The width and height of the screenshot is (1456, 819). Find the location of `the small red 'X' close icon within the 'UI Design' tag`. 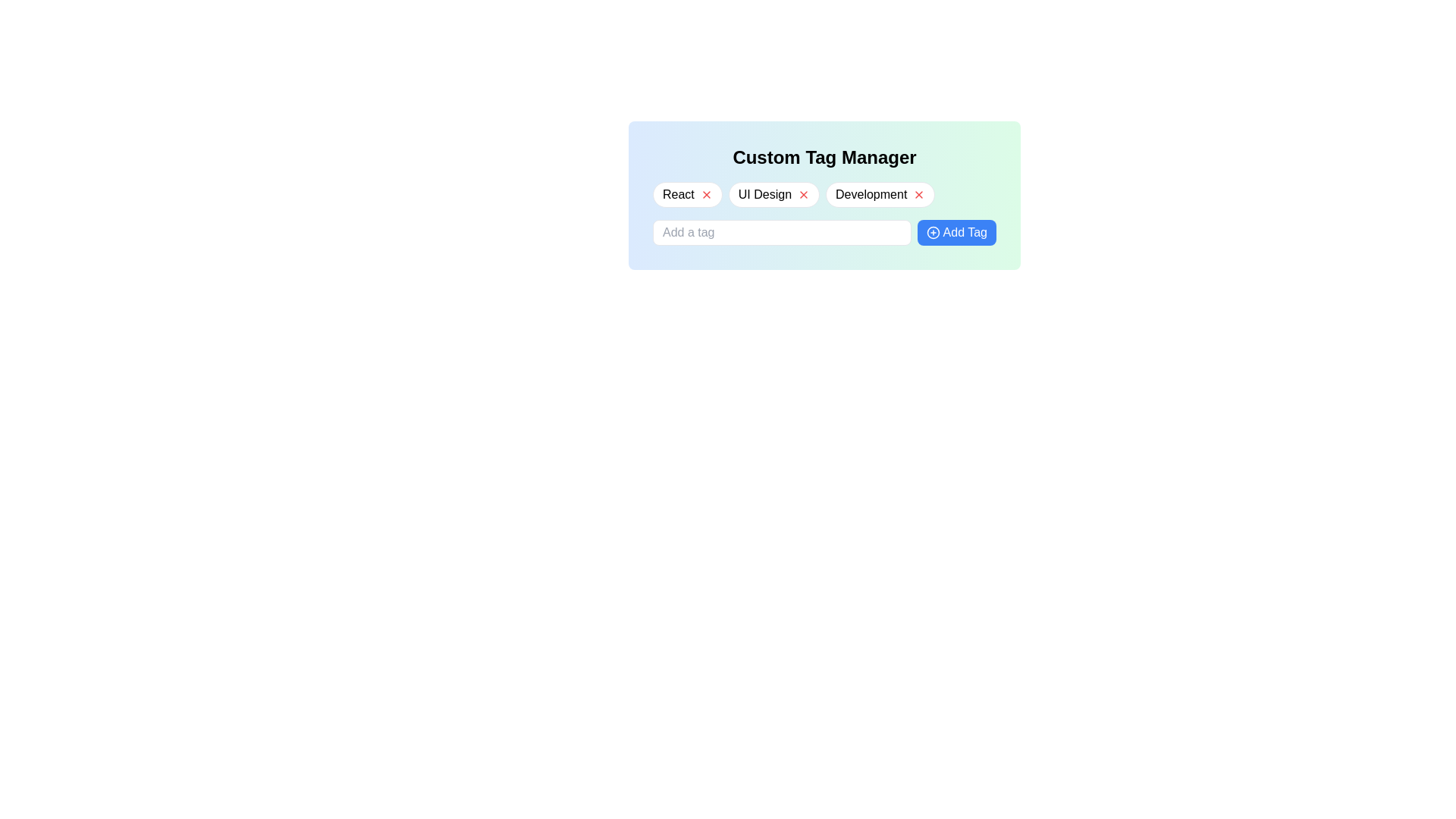

the small red 'X' close icon within the 'UI Design' tag is located at coordinates (803, 194).